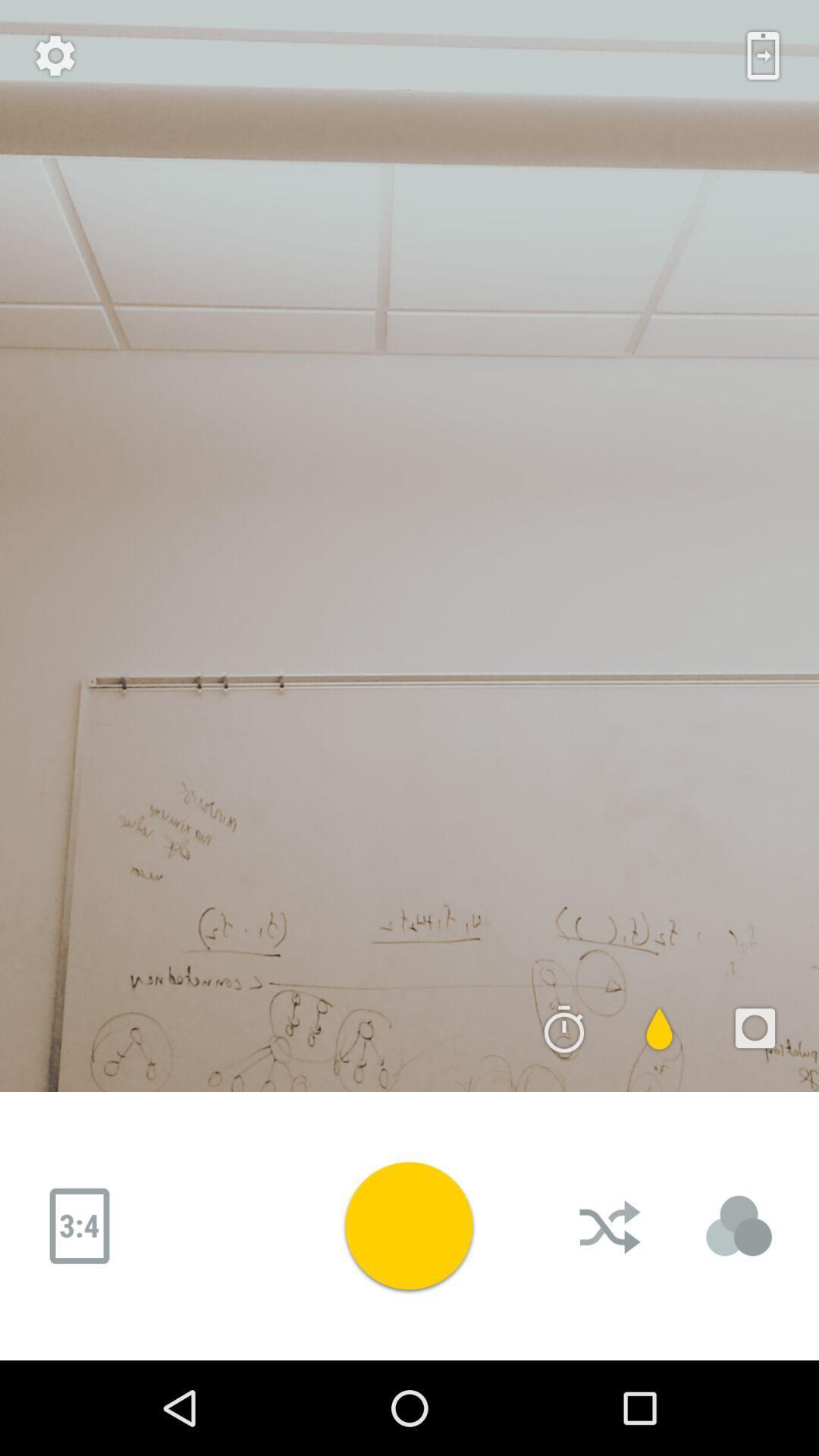  Describe the element at coordinates (564, 1028) in the screenshot. I see `the time icon` at that location.